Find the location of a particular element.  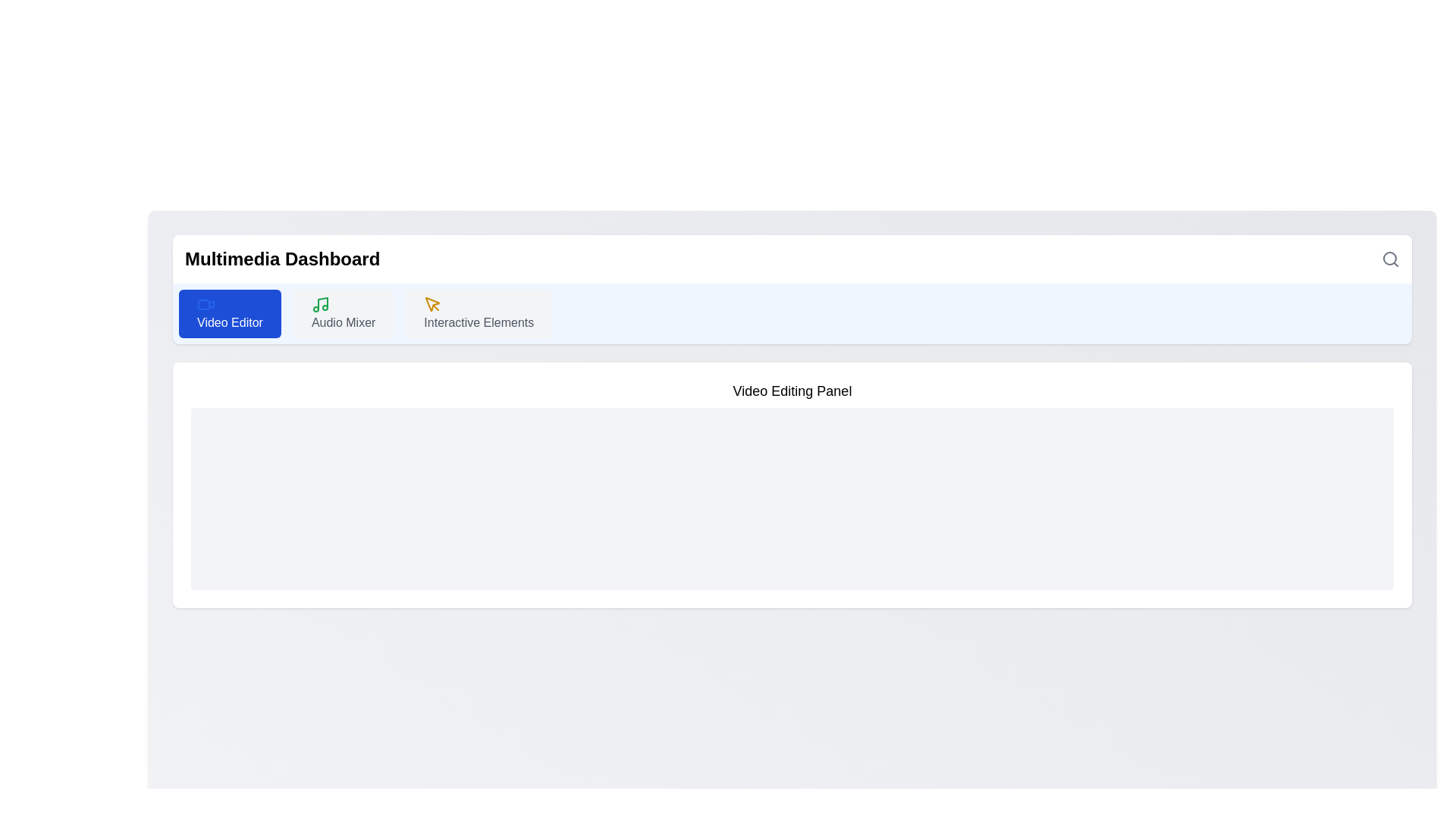

the yellow mouse pointer icon located in the 'Interactive Elements' section, positioned between 'Audio Mixer' and 'Video Editor' is located at coordinates (432, 304).